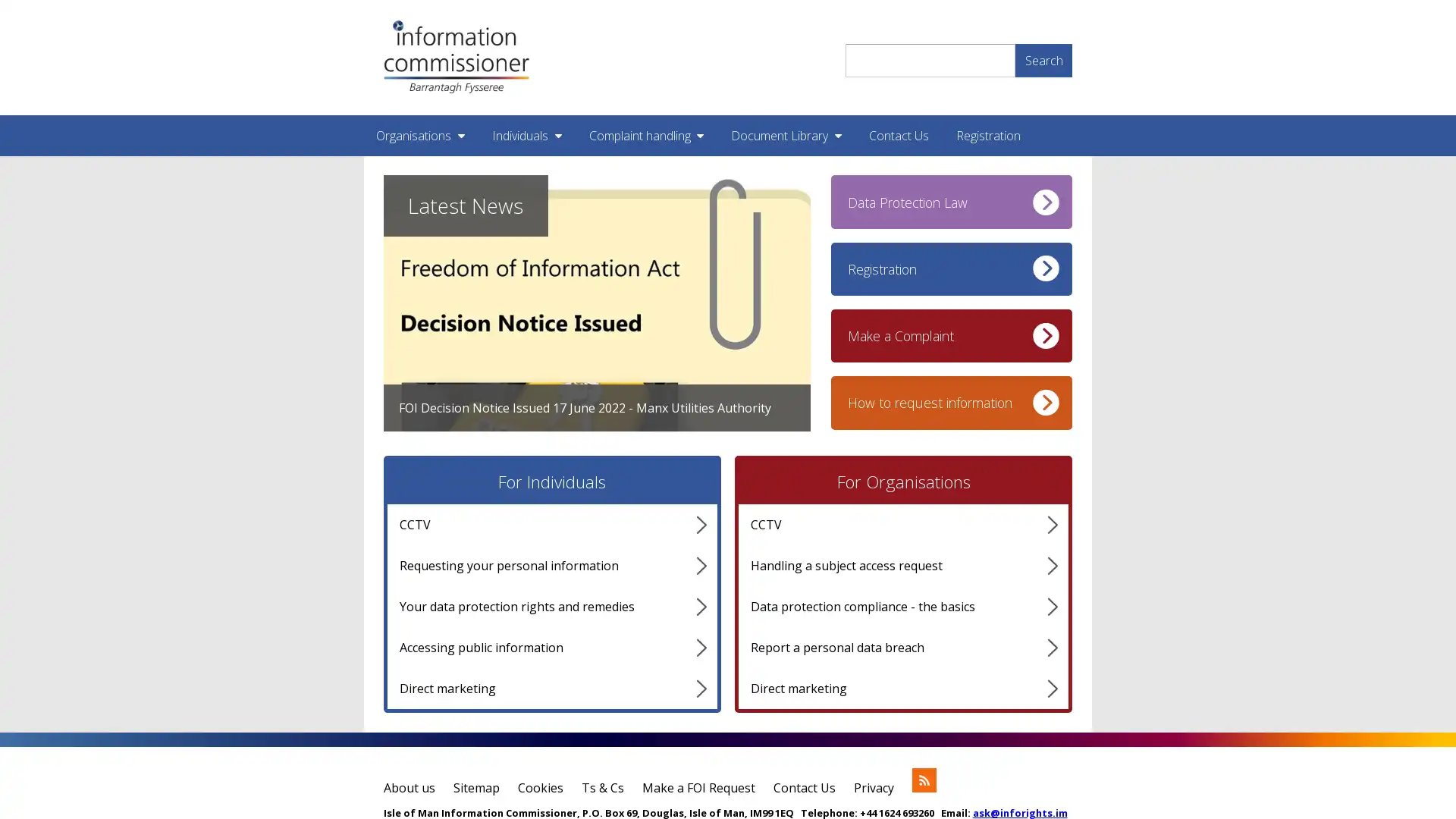 Image resolution: width=1456 pixels, height=819 pixels. Describe the element at coordinates (1043, 58) in the screenshot. I see `Search` at that location.